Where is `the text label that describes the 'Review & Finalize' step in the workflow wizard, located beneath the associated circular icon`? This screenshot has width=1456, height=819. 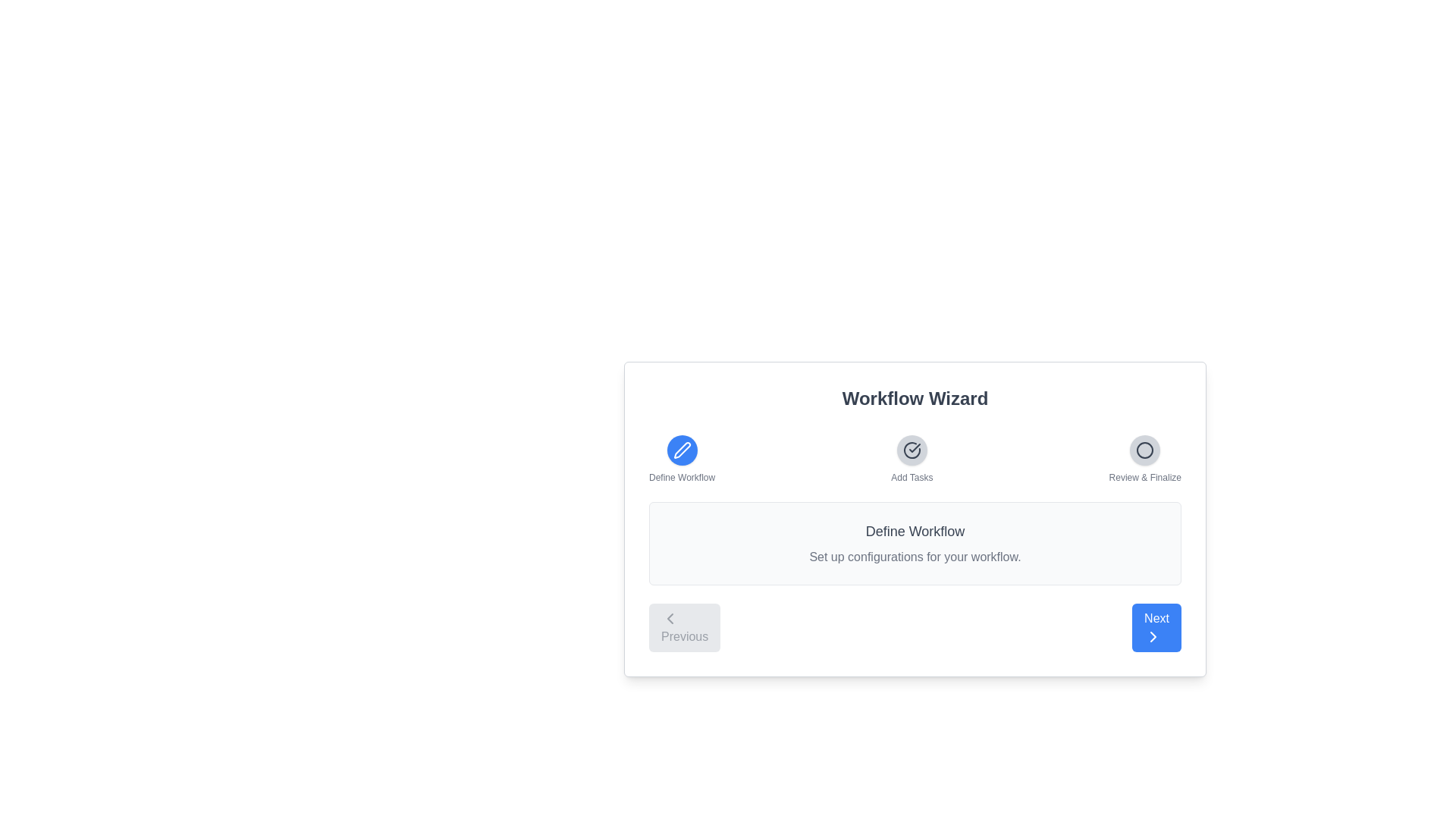
the text label that describes the 'Review & Finalize' step in the workflow wizard, located beneath the associated circular icon is located at coordinates (1145, 476).